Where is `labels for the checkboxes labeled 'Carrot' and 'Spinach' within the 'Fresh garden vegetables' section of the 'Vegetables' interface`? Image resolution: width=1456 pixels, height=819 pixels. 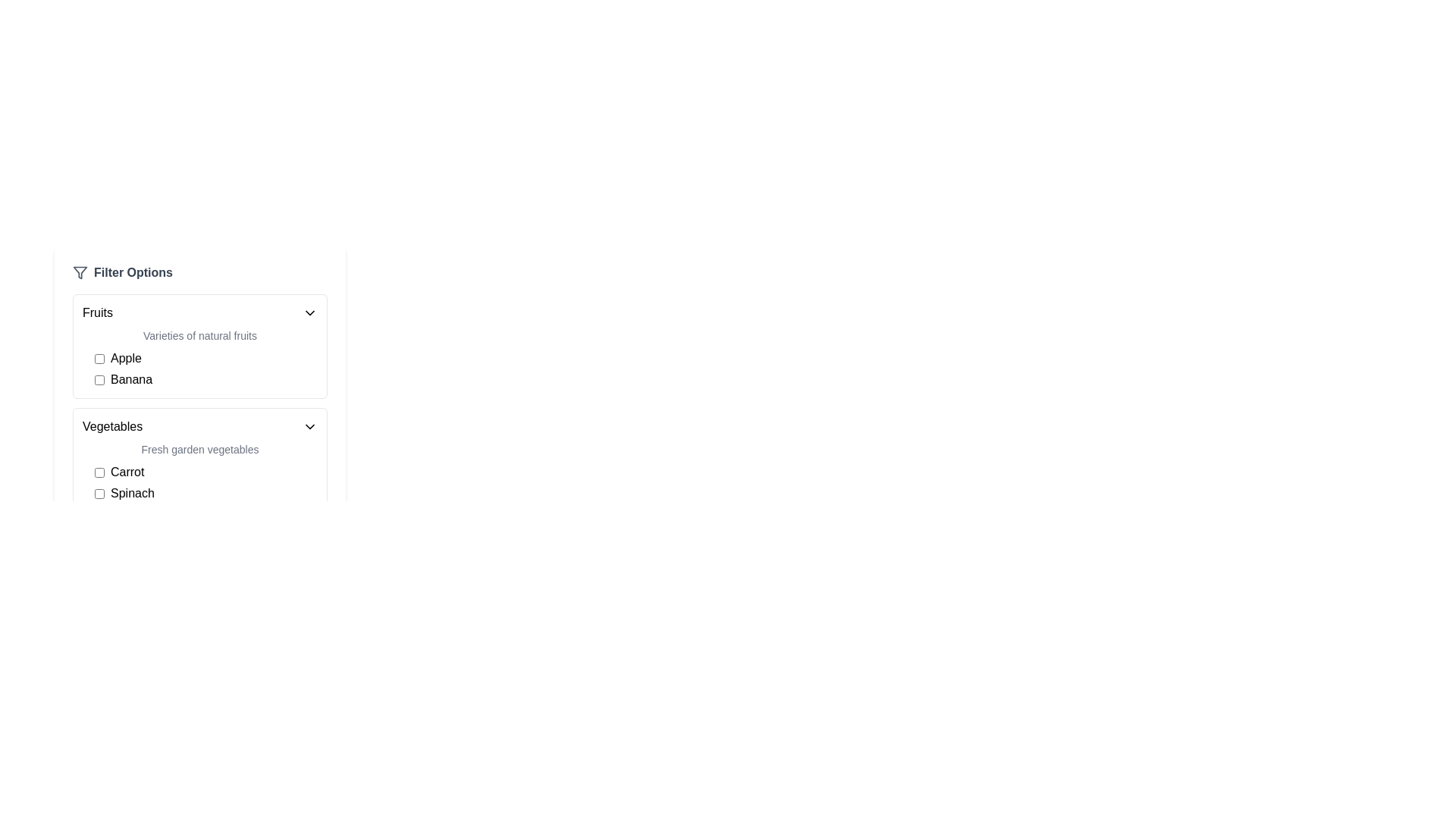
labels for the checkboxes labeled 'Carrot' and 'Spinach' within the 'Fresh garden vegetables' section of the 'Vegetables' interface is located at coordinates (199, 482).